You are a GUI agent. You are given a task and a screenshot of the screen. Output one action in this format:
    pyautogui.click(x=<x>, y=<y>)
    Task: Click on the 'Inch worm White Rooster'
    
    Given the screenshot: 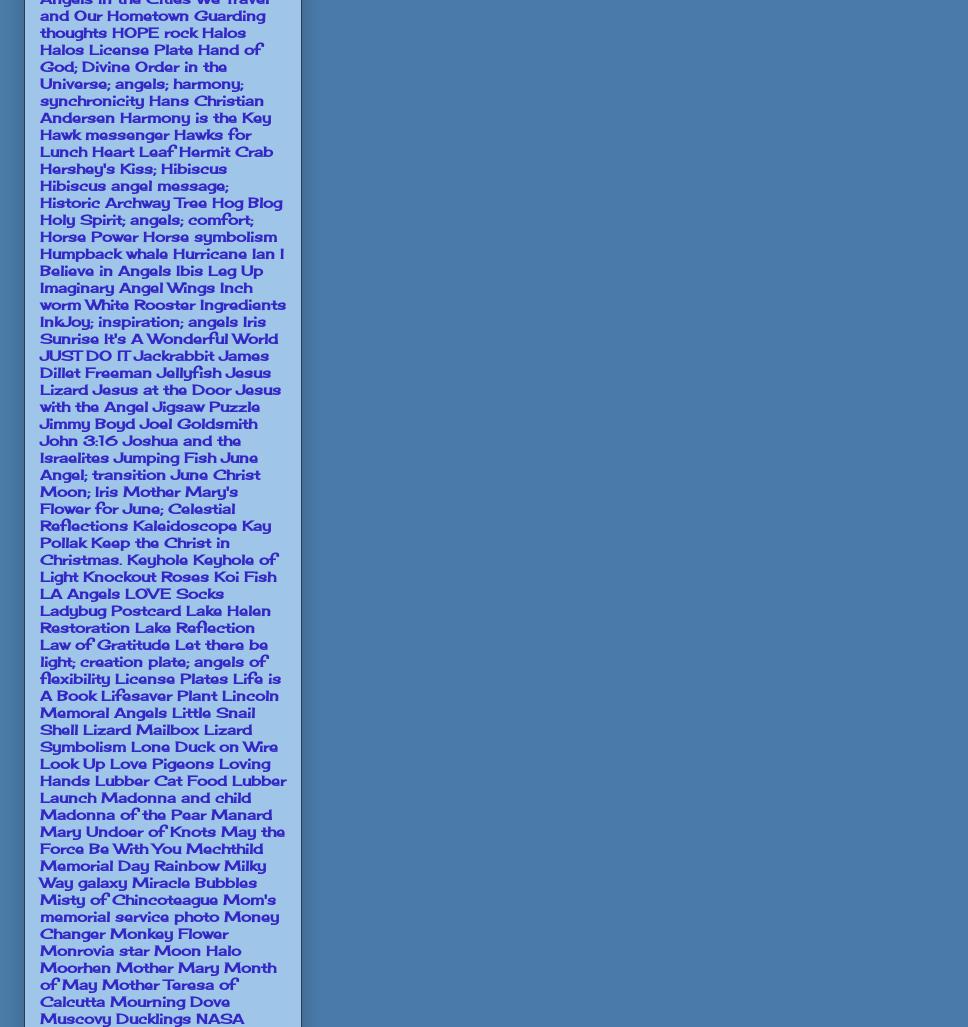 What is the action you would take?
    pyautogui.click(x=39, y=293)
    